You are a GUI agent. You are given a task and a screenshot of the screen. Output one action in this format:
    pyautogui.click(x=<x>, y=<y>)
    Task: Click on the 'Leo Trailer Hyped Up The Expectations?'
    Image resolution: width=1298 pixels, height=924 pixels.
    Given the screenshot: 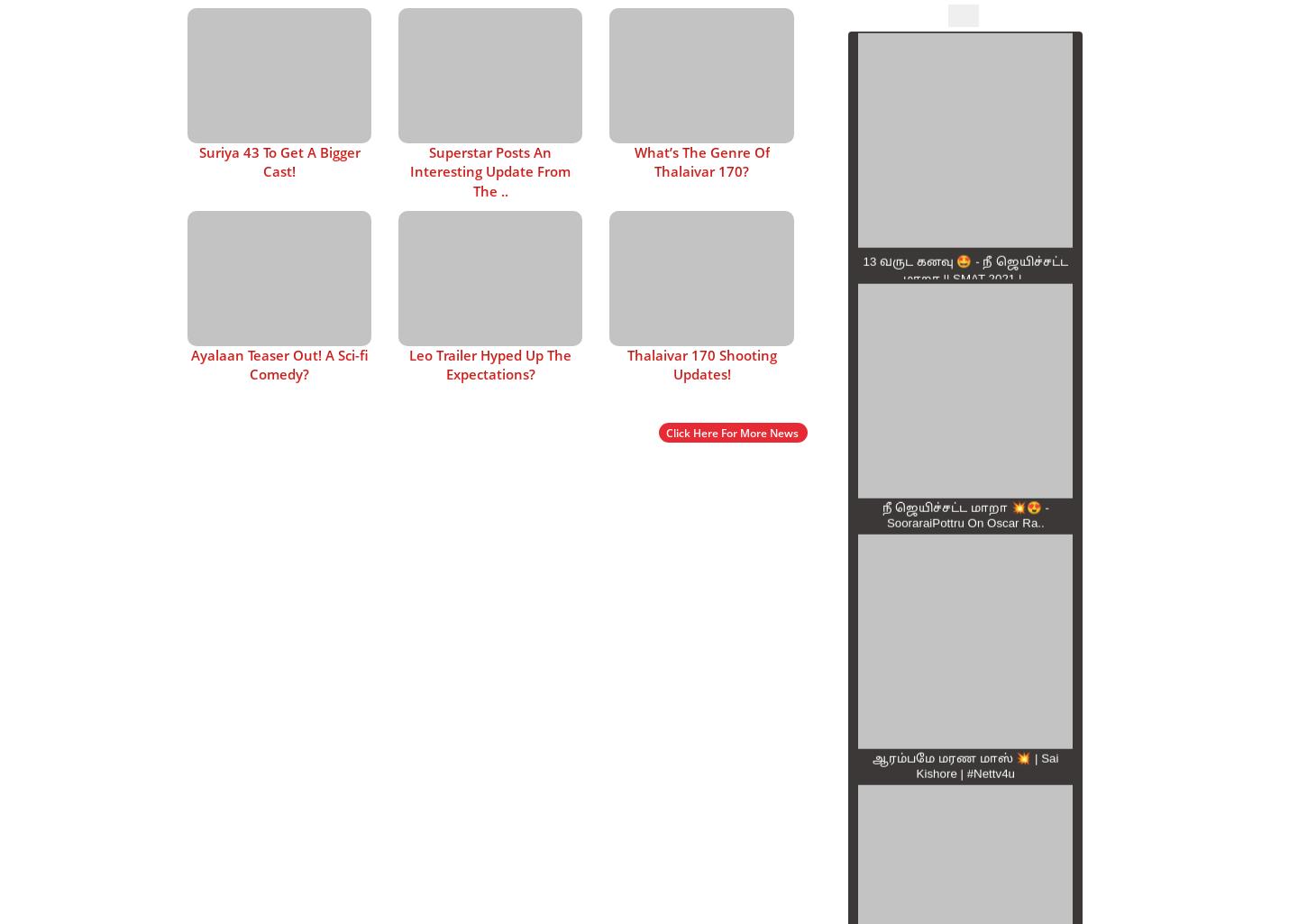 What is the action you would take?
    pyautogui.click(x=490, y=363)
    